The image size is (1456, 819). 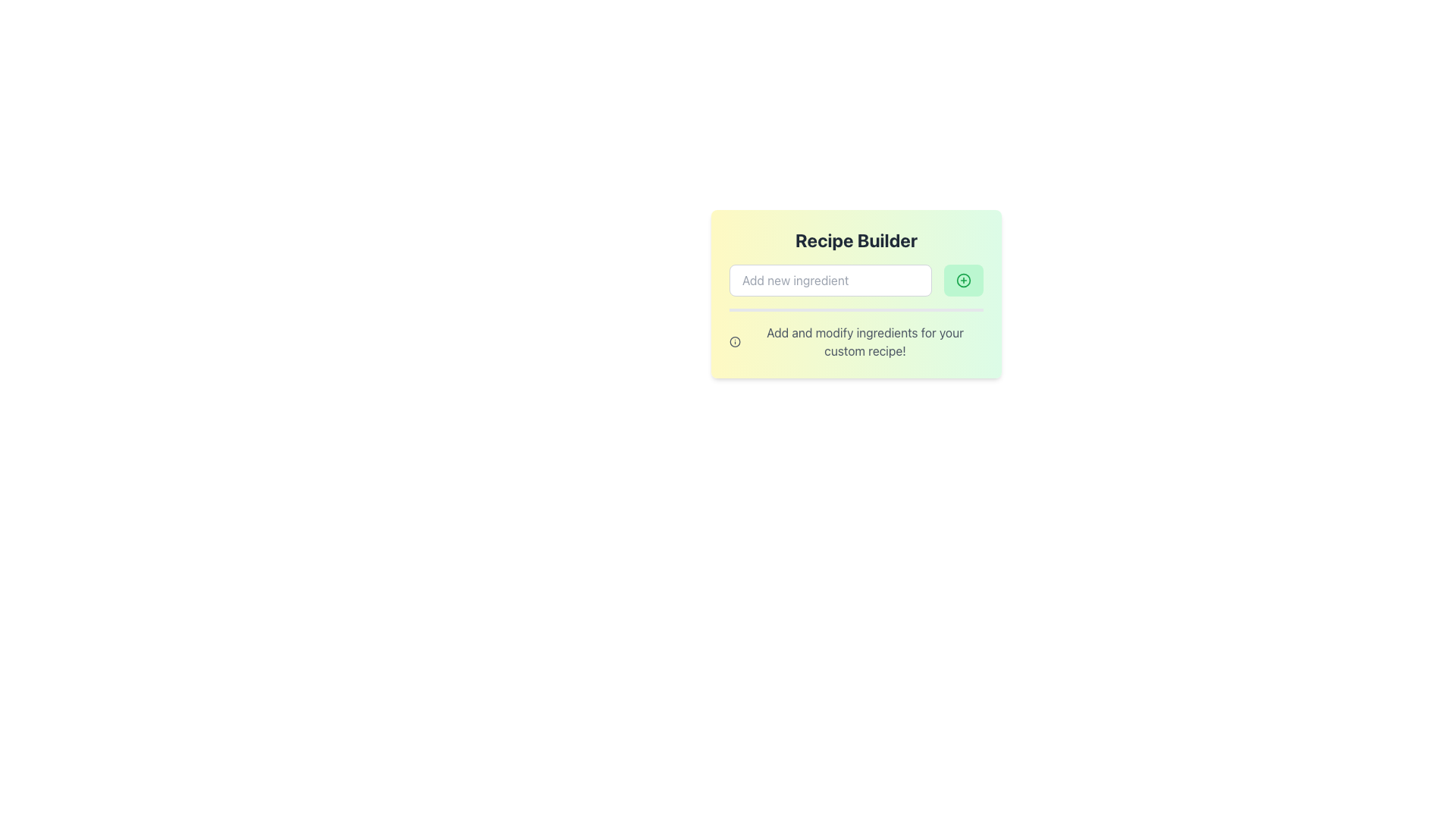 What do you see at coordinates (963, 281) in the screenshot?
I see `the circular green outlined icon that adds an ingredient in the Recipe Builder interface` at bounding box center [963, 281].